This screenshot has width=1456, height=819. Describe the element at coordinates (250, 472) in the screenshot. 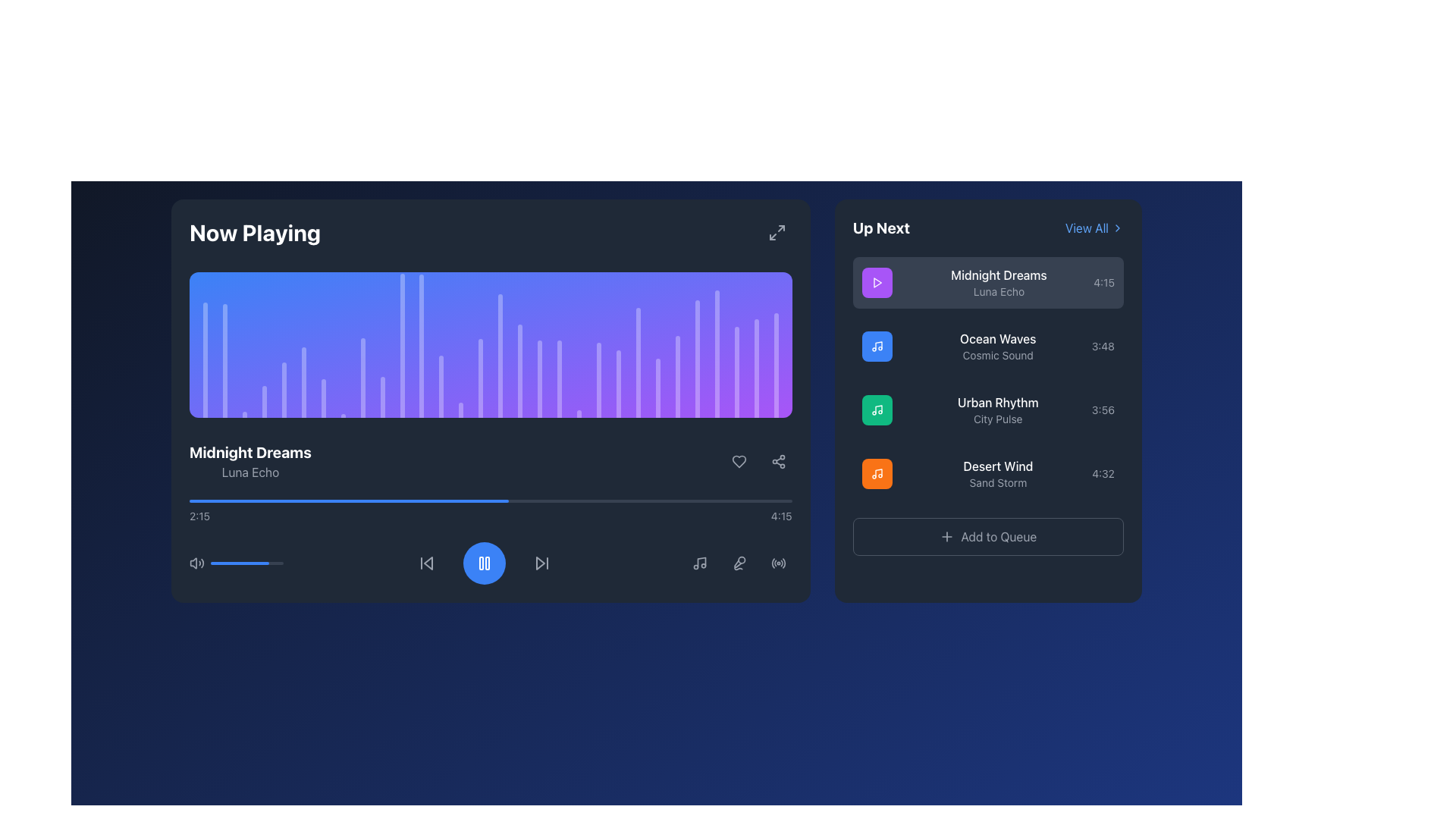

I see `text label 'Luna Echo' located in the 'Now Playing' section beneath 'Midnight Dreams' in the left panel of the interface` at that location.